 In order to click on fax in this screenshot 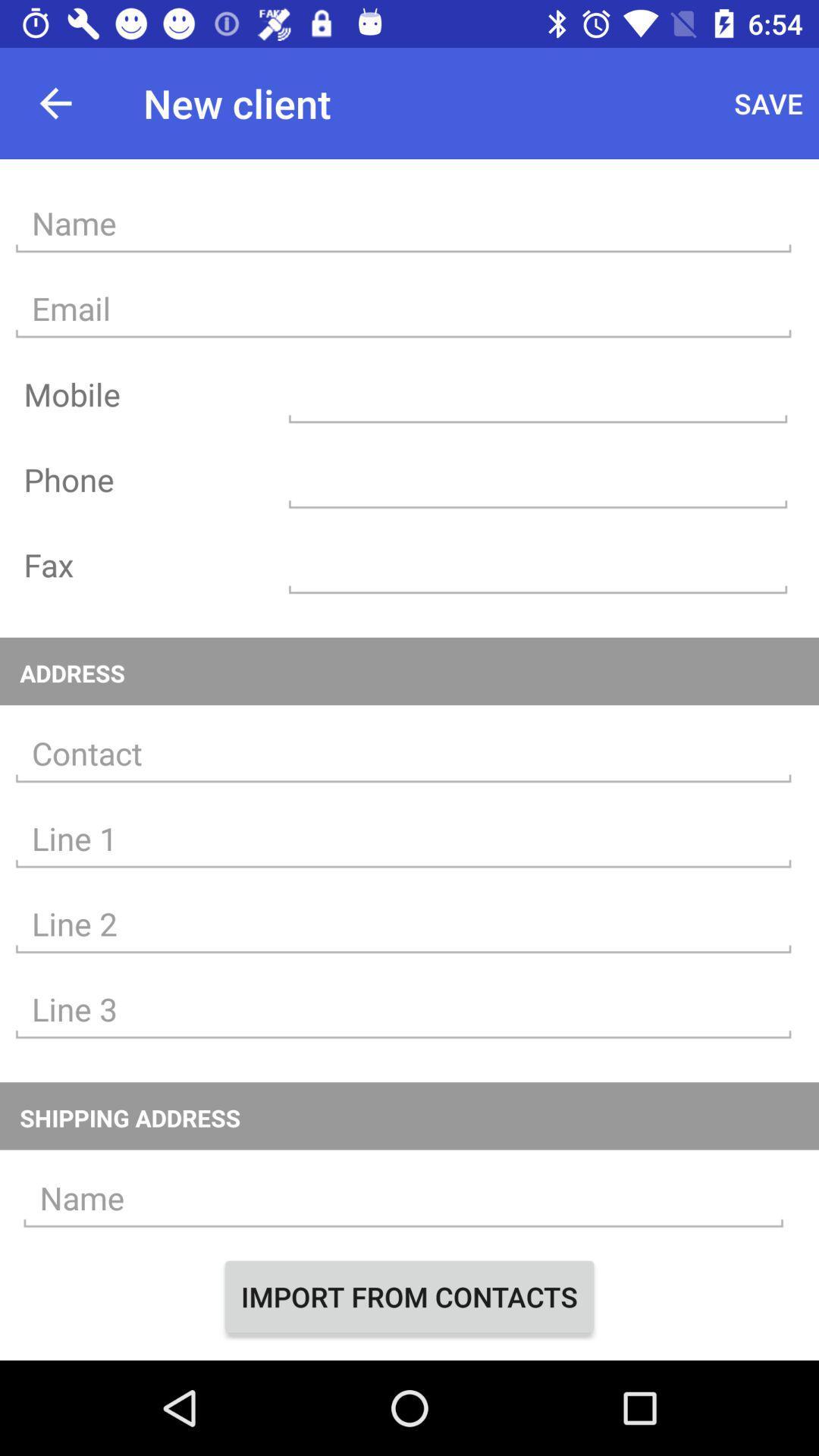, I will do `click(537, 564)`.